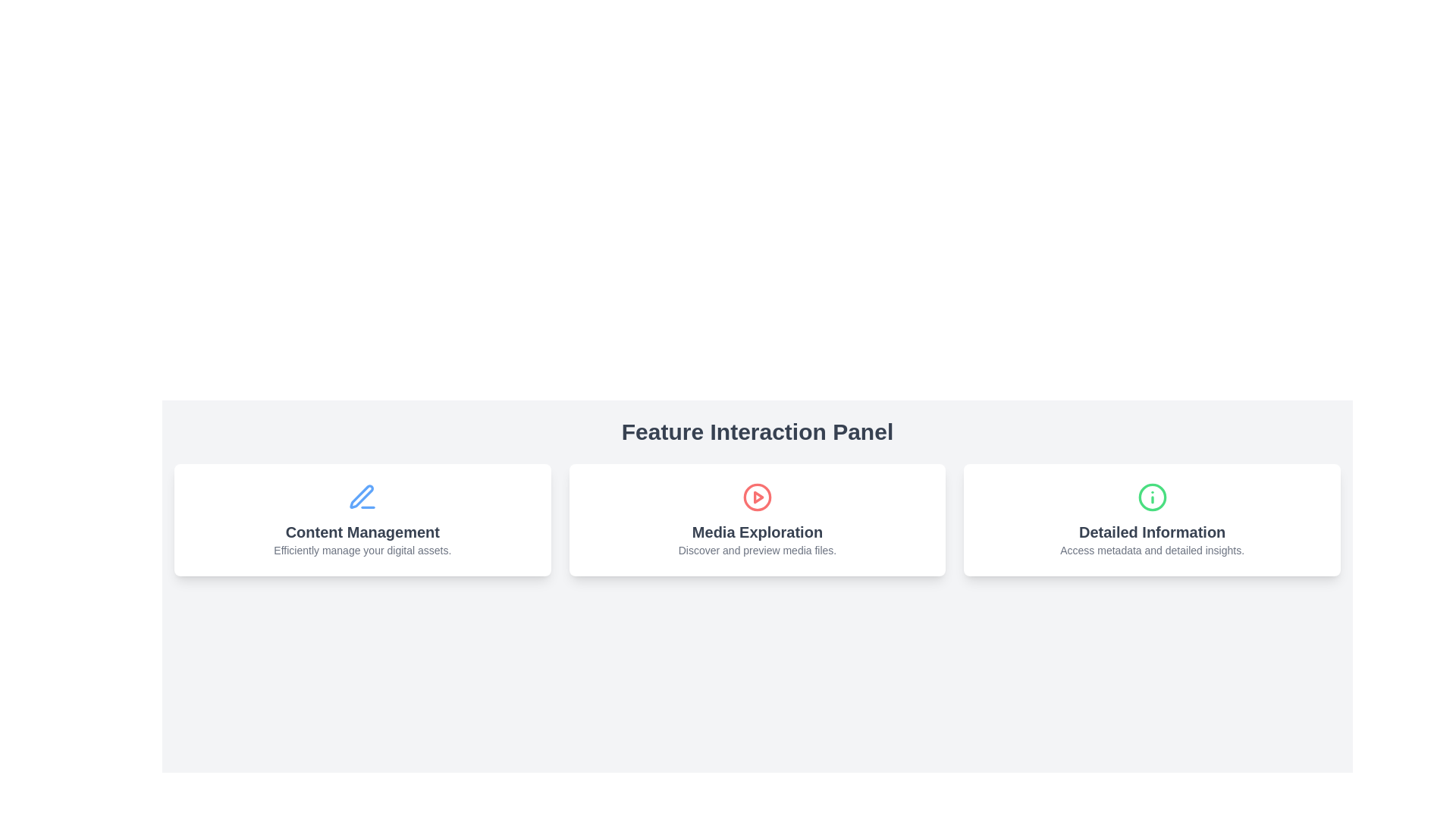 The width and height of the screenshot is (1456, 819). What do you see at coordinates (757, 497) in the screenshot?
I see `the visual marker icon located at the top-center of the 'Media Exploration' card, which is positioned above the title and subtitle` at bounding box center [757, 497].